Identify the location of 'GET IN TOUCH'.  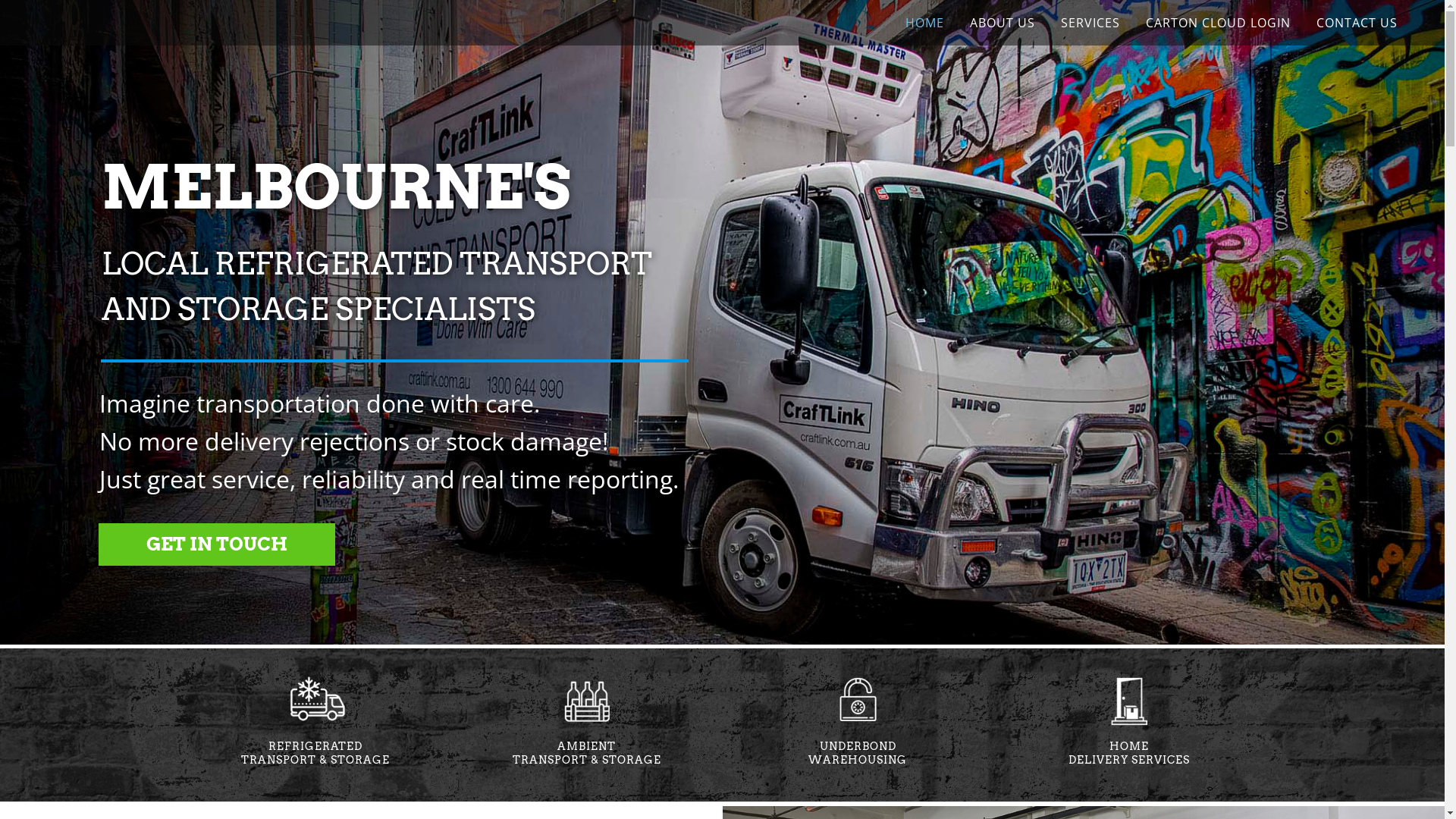
(216, 543).